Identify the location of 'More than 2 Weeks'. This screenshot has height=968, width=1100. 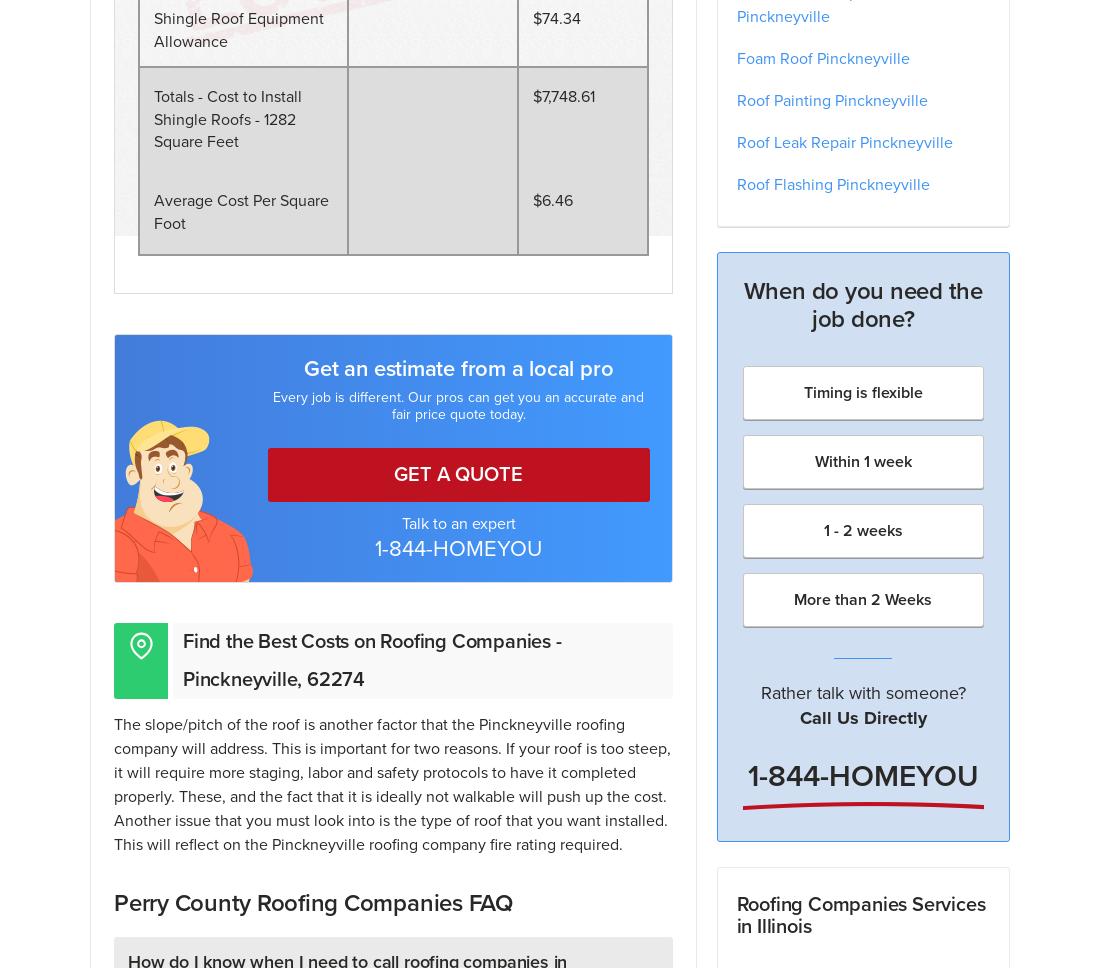
(861, 599).